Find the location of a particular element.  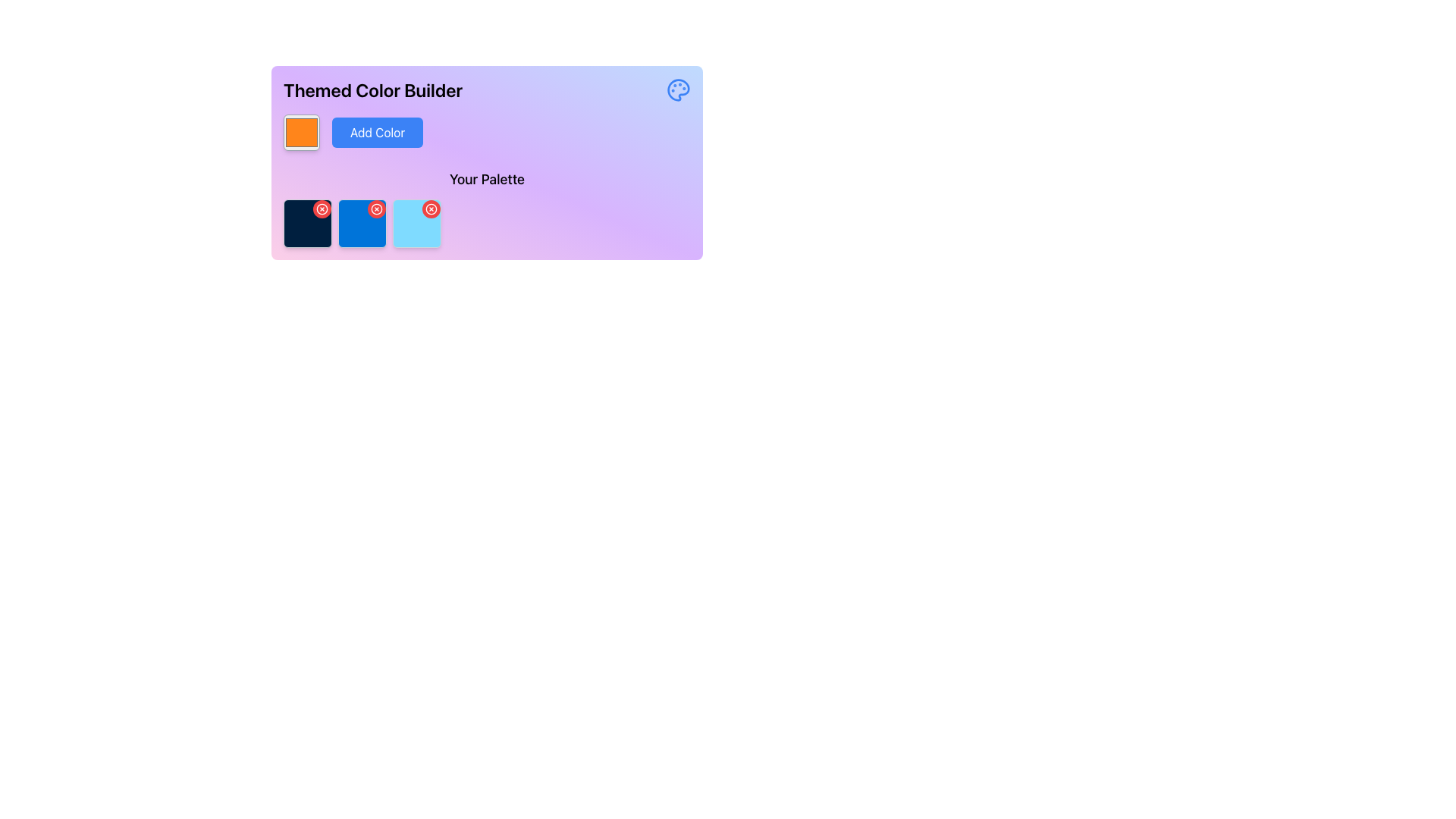

the blue rectangular button labeled 'Add Color' is located at coordinates (378, 131).